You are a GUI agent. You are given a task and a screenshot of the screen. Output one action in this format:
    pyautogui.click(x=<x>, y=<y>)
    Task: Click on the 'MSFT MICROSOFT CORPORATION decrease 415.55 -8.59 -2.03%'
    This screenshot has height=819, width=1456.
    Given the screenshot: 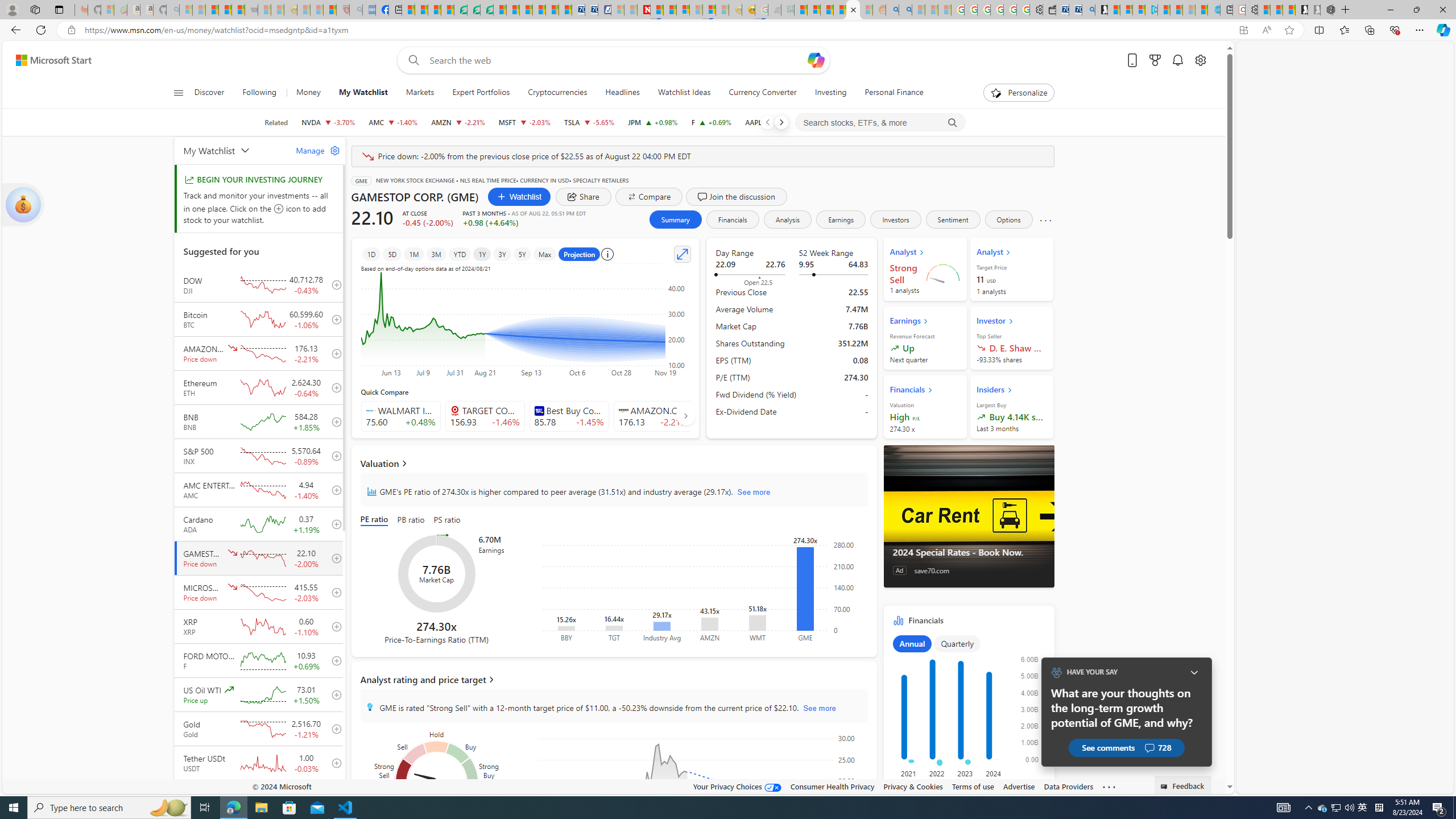 What is the action you would take?
    pyautogui.click(x=524, y=122)
    